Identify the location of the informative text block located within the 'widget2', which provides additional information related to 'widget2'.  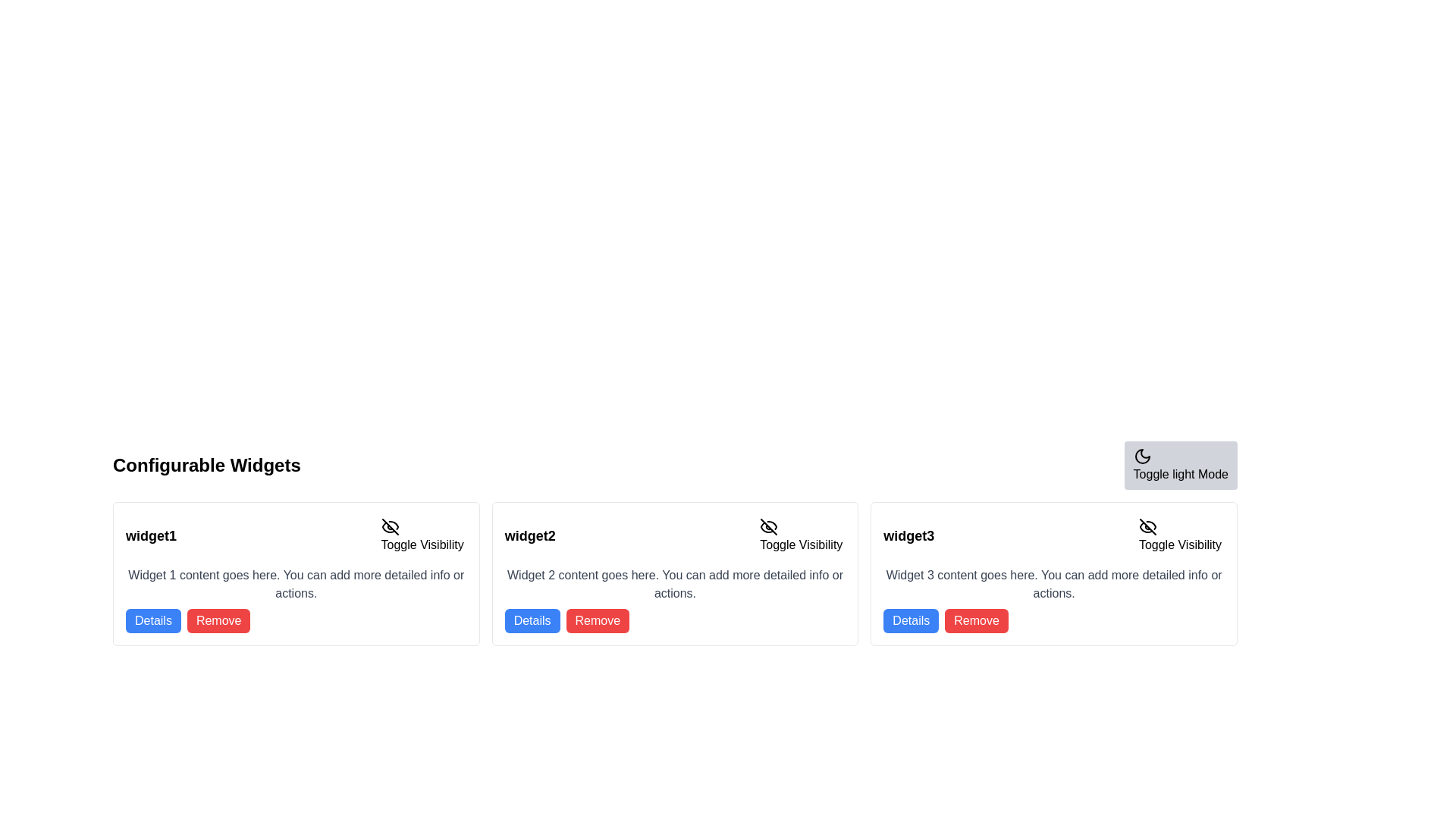
(674, 598).